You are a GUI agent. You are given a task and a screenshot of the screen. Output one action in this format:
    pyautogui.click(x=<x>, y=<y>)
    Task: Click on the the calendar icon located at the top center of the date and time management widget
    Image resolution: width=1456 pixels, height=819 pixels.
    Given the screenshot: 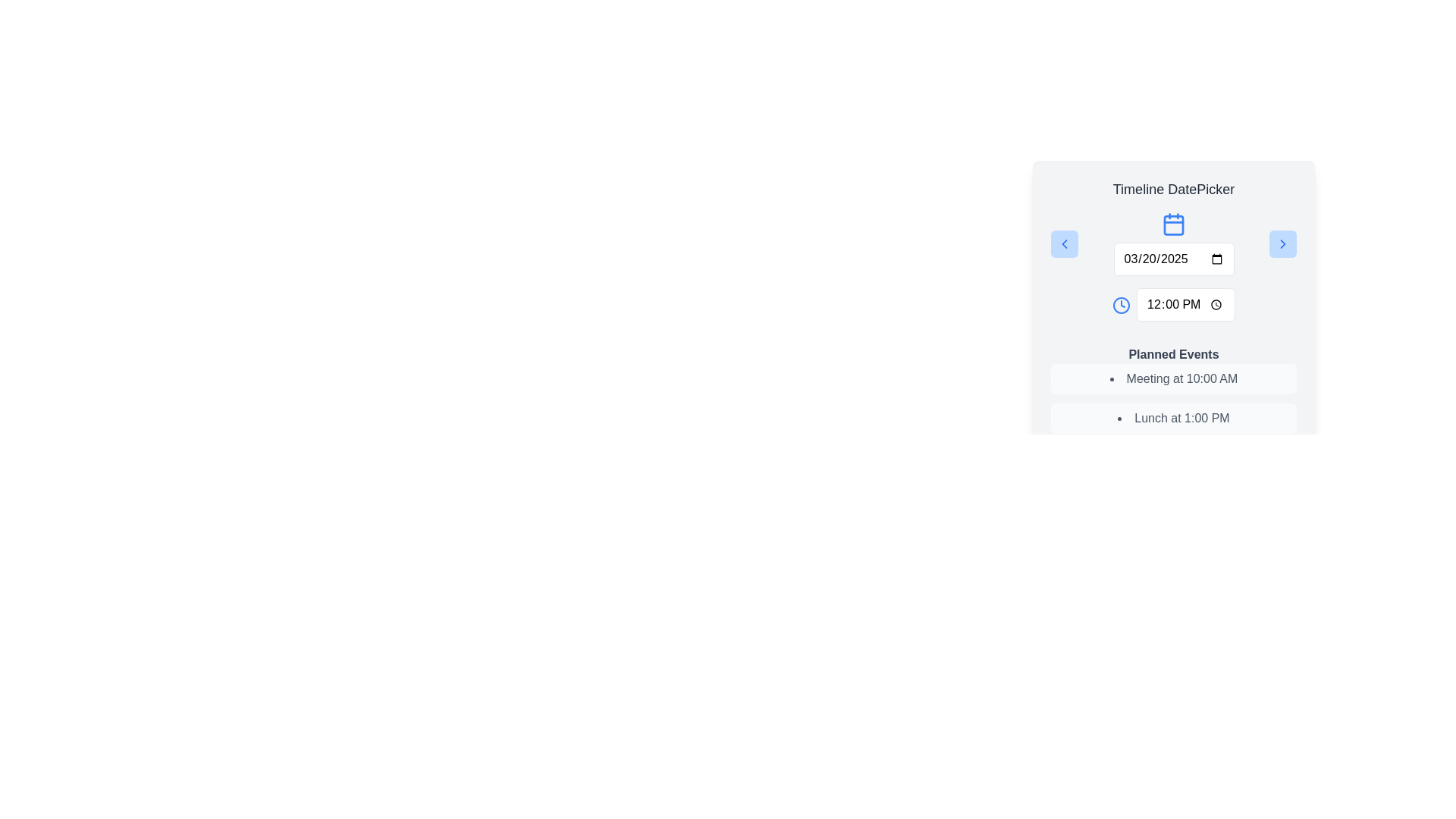 What is the action you would take?
    pyautogui.click(x=1173, y=224)
    